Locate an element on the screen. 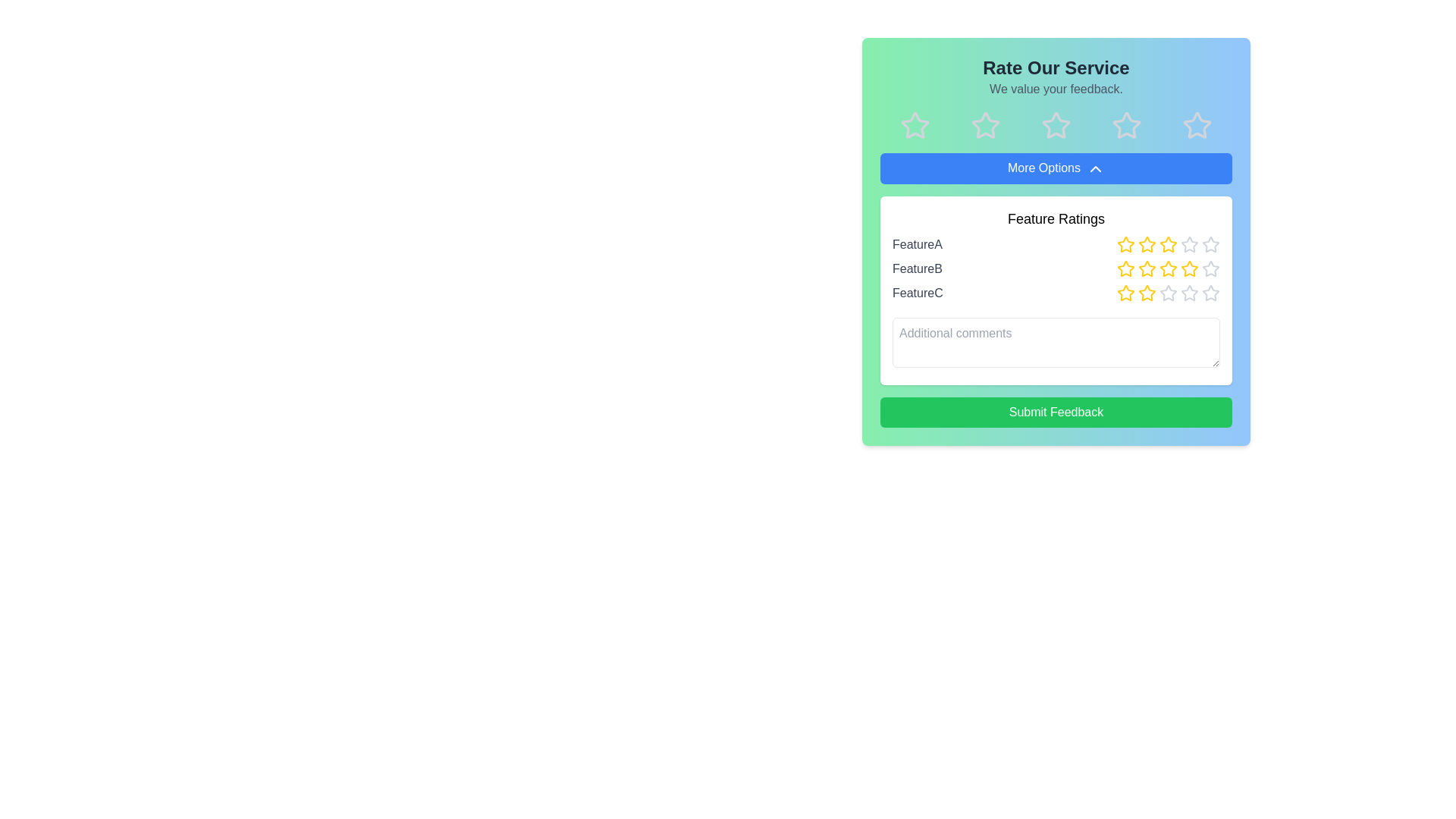 The image size is (1456, 819). the third star icon in the horizontal sequence of five stars in the 'Feature Ratings' section to rate 'FeatureA' is located at coordinates (1188, 243).